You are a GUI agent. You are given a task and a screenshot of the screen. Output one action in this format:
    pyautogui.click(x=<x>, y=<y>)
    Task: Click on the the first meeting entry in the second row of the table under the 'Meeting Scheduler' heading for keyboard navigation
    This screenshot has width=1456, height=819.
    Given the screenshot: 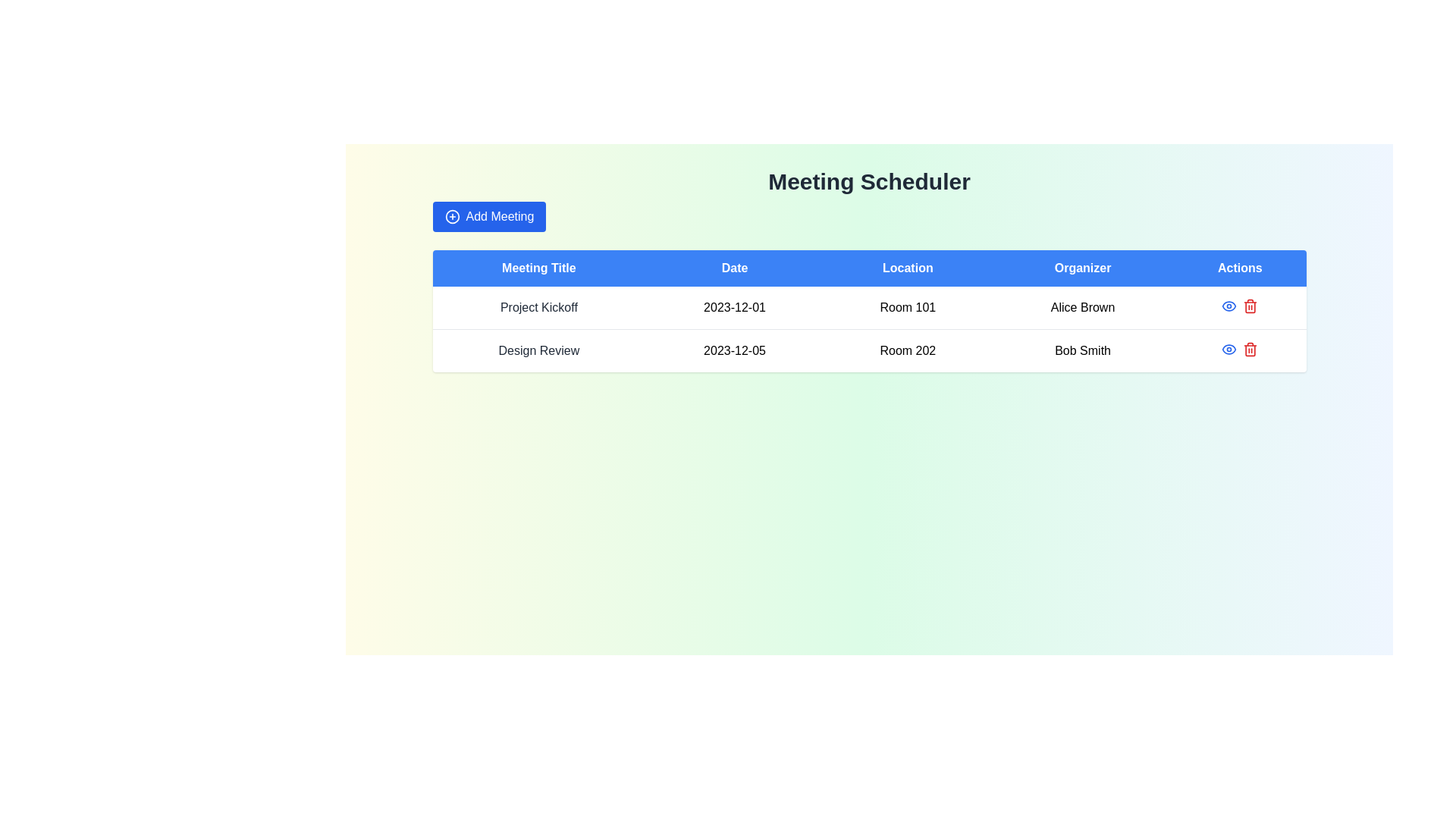 What is the action you would take?
    pyautogui.click(x=869, y=307)
    